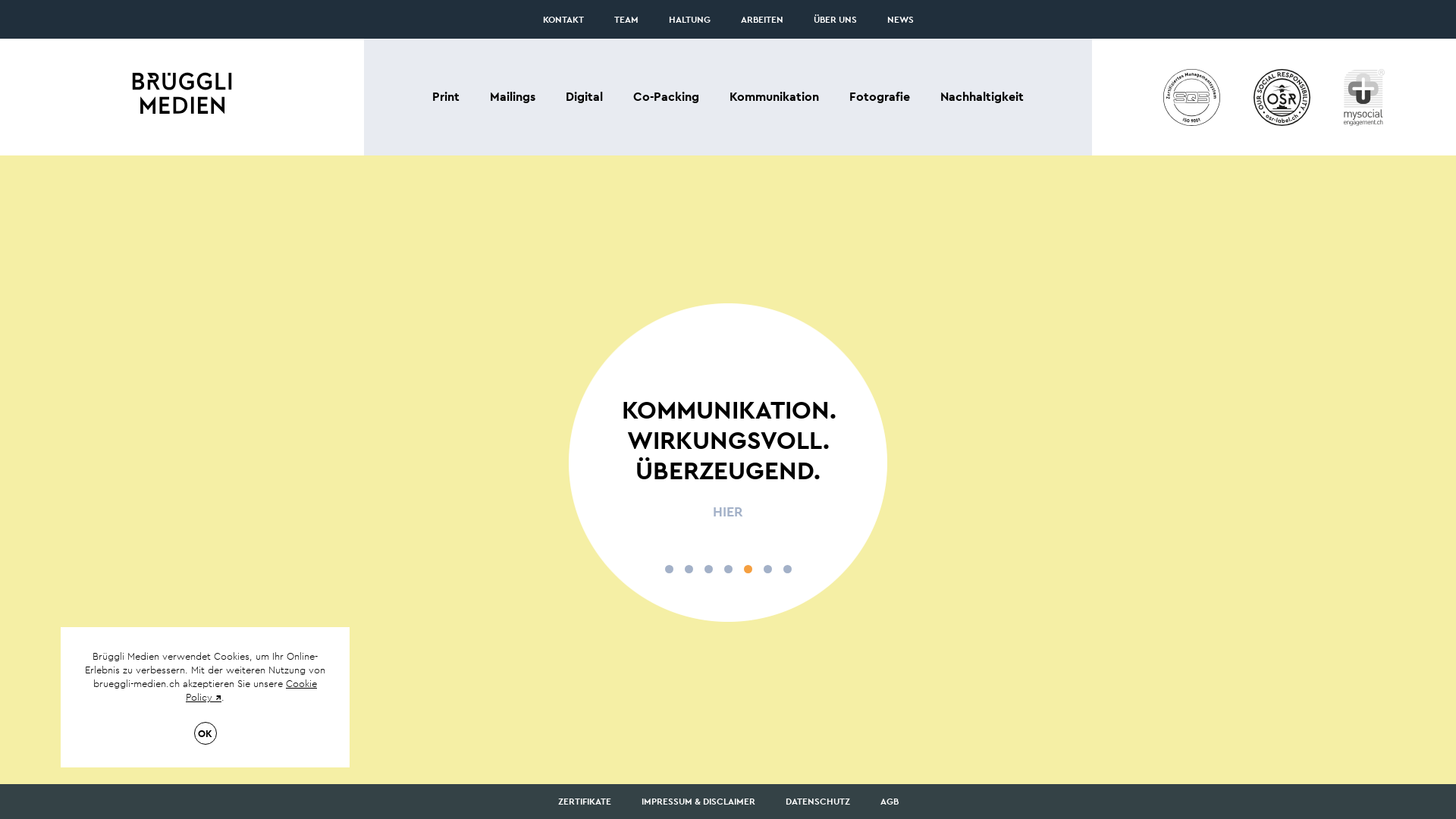  Describe the element at coordinates (563, 20) in the screenshot. I see `'KONTAKT'` at that location.